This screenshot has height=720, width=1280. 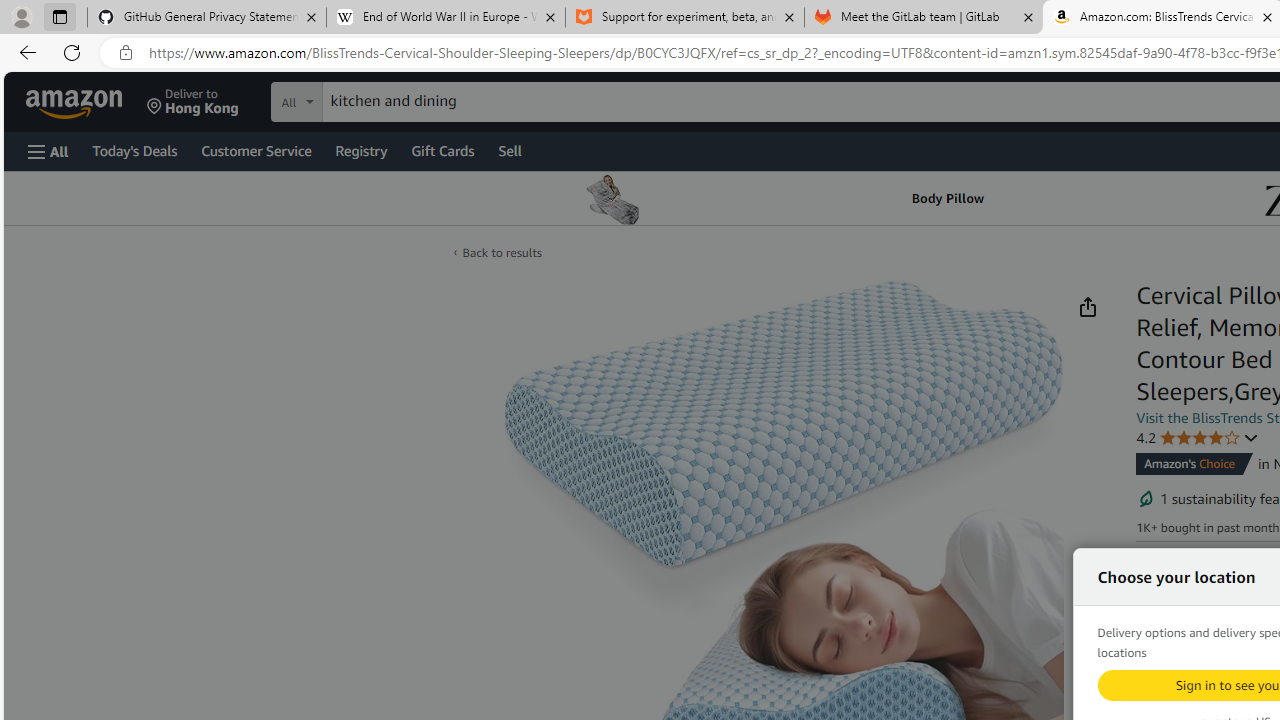 I want to click on '4.2 4.2 out of 5 stars', so click(x=1198, y=436).